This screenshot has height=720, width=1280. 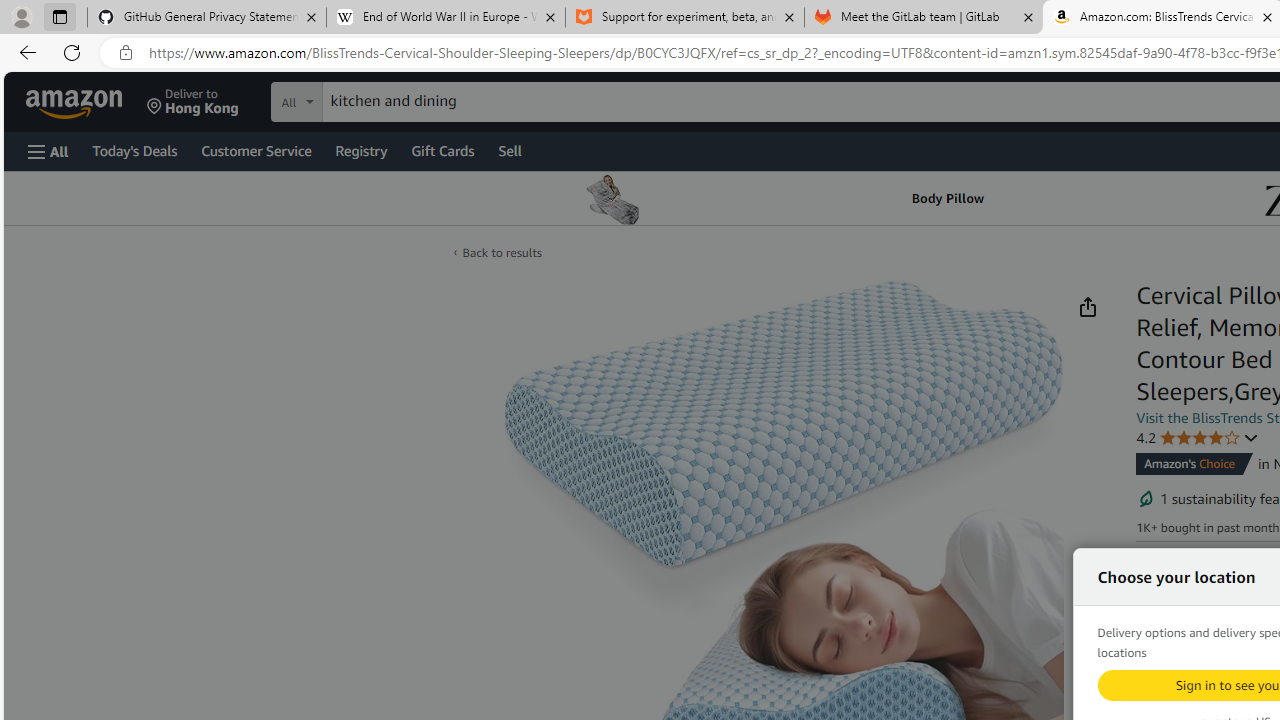 I want to click on '4.2 4.2 out of 5 stars', so click(x=1198, y=436).